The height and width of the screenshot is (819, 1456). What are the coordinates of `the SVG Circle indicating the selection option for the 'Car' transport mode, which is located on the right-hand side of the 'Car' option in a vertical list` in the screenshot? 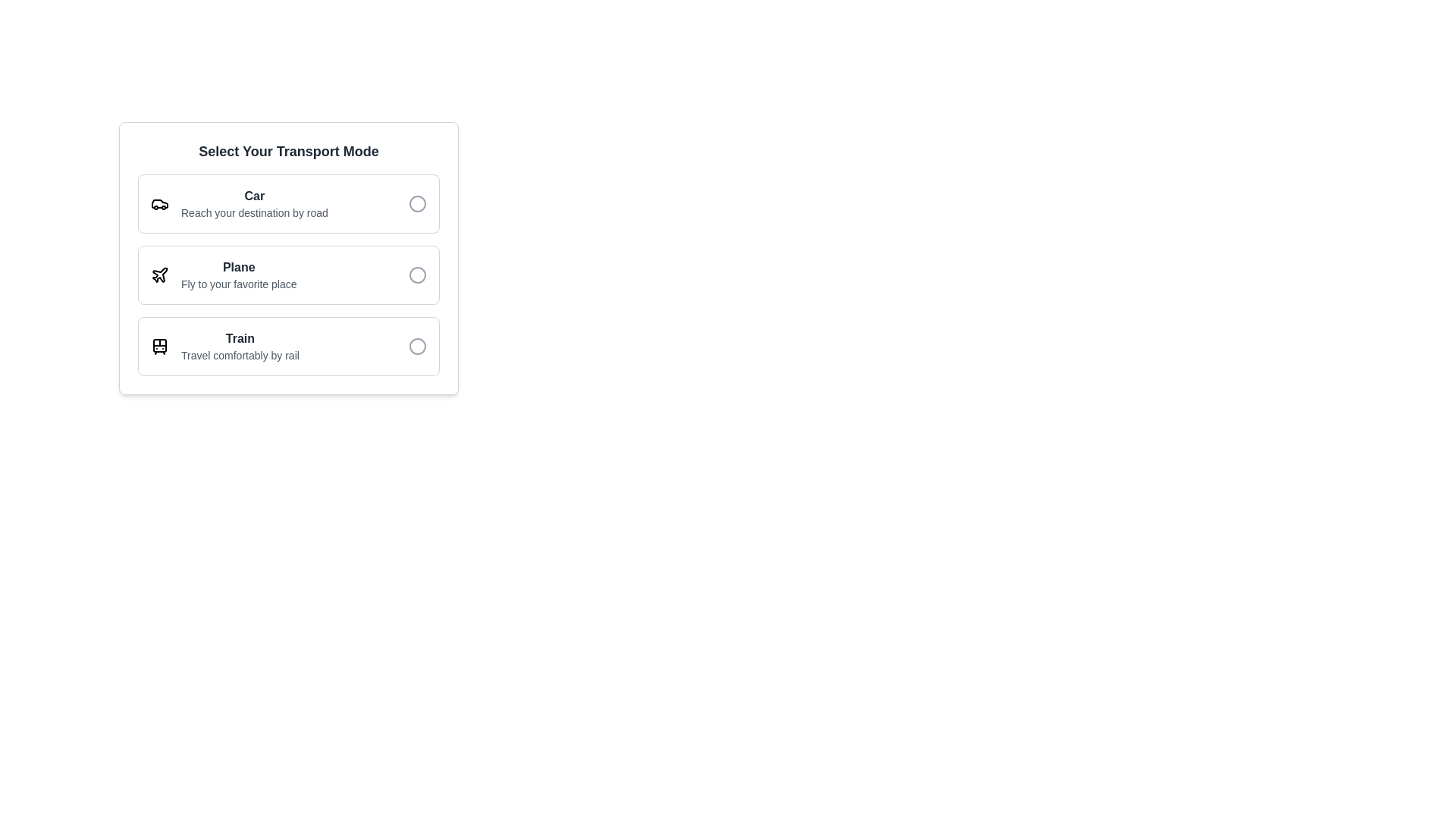 It's located at (418, 203).